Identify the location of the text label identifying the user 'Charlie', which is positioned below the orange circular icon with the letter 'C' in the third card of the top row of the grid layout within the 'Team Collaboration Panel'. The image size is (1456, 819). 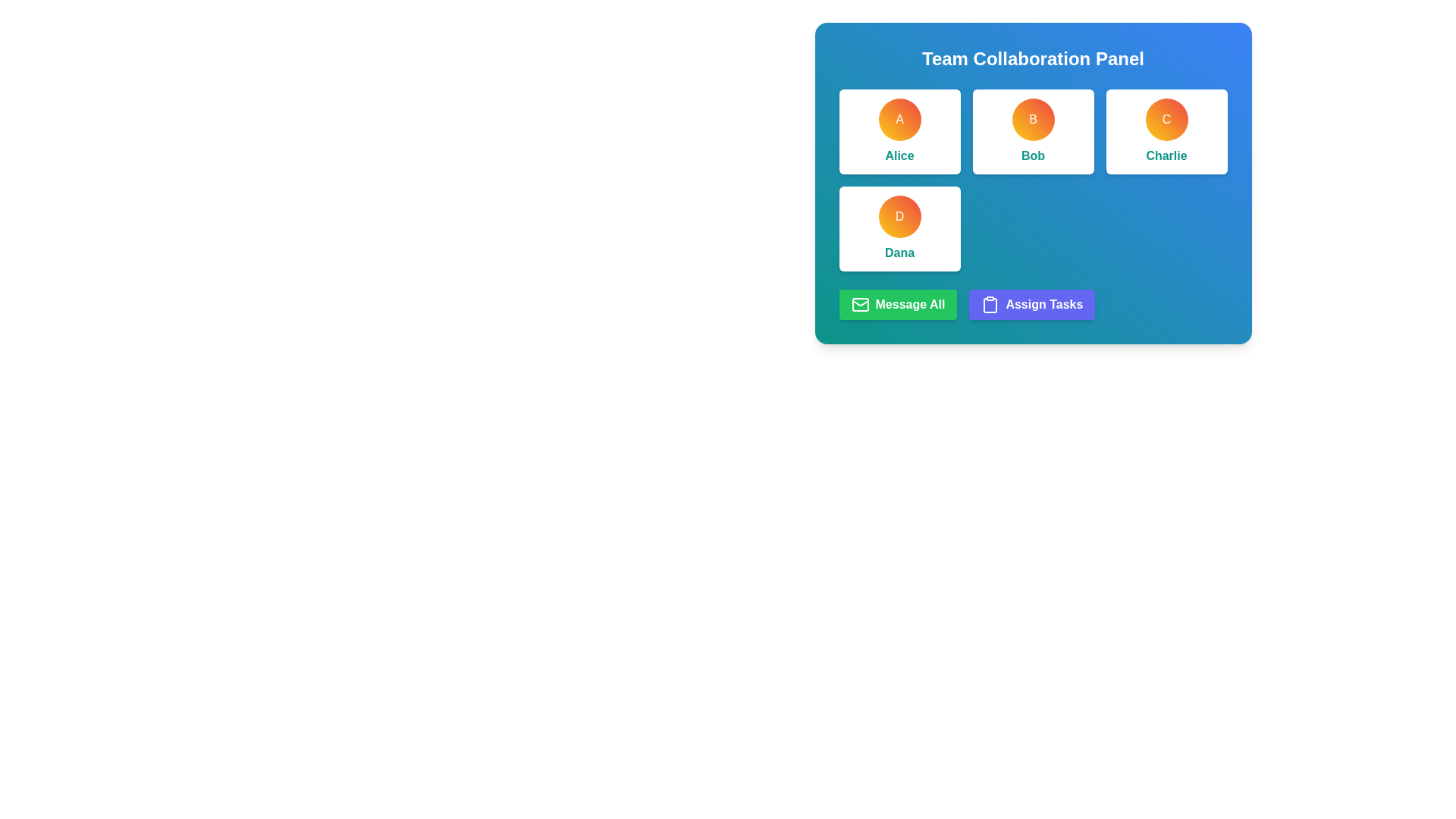
(1166, 155).